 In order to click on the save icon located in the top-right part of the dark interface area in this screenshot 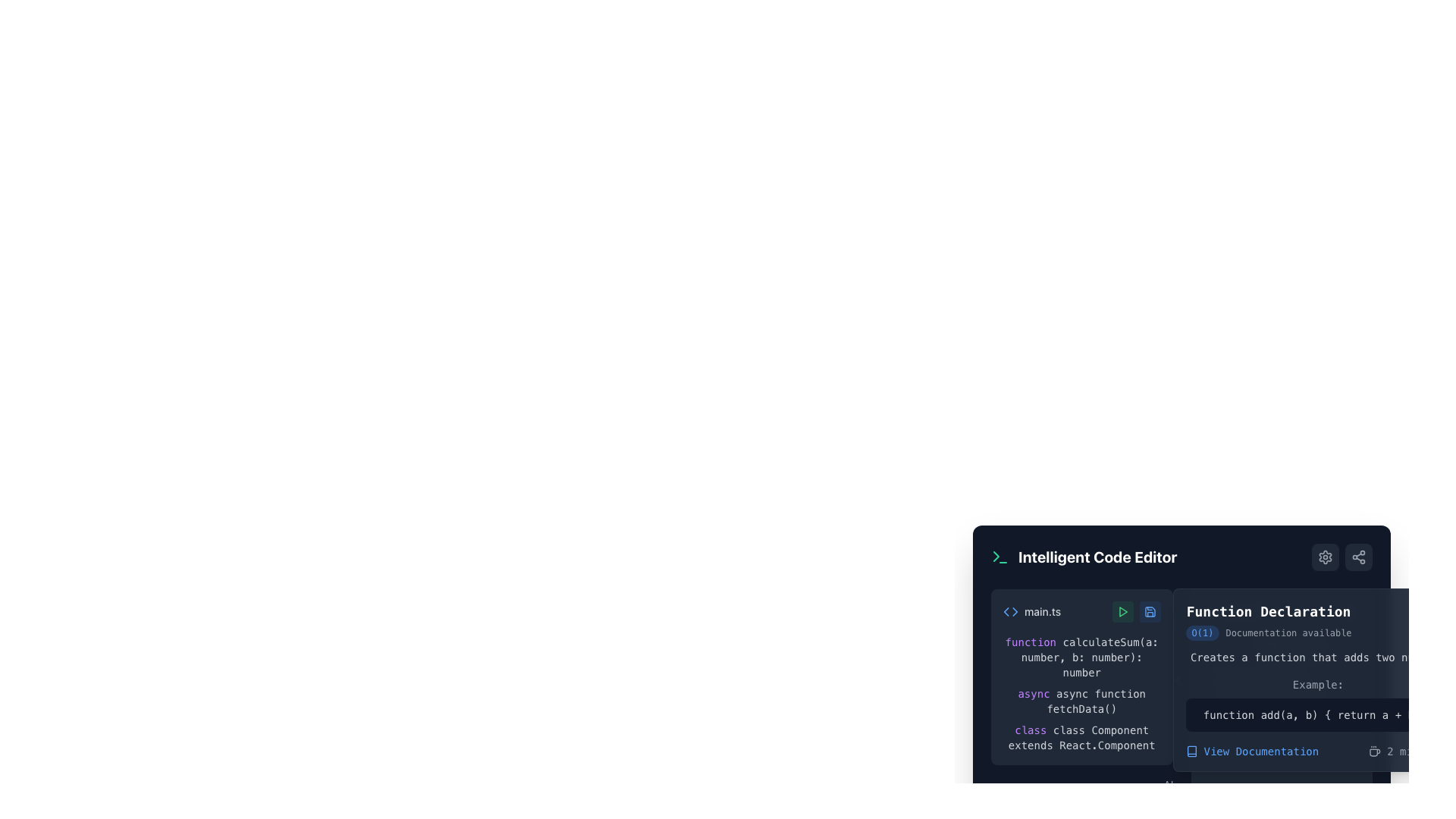, I will do `click(1150, 610)`.